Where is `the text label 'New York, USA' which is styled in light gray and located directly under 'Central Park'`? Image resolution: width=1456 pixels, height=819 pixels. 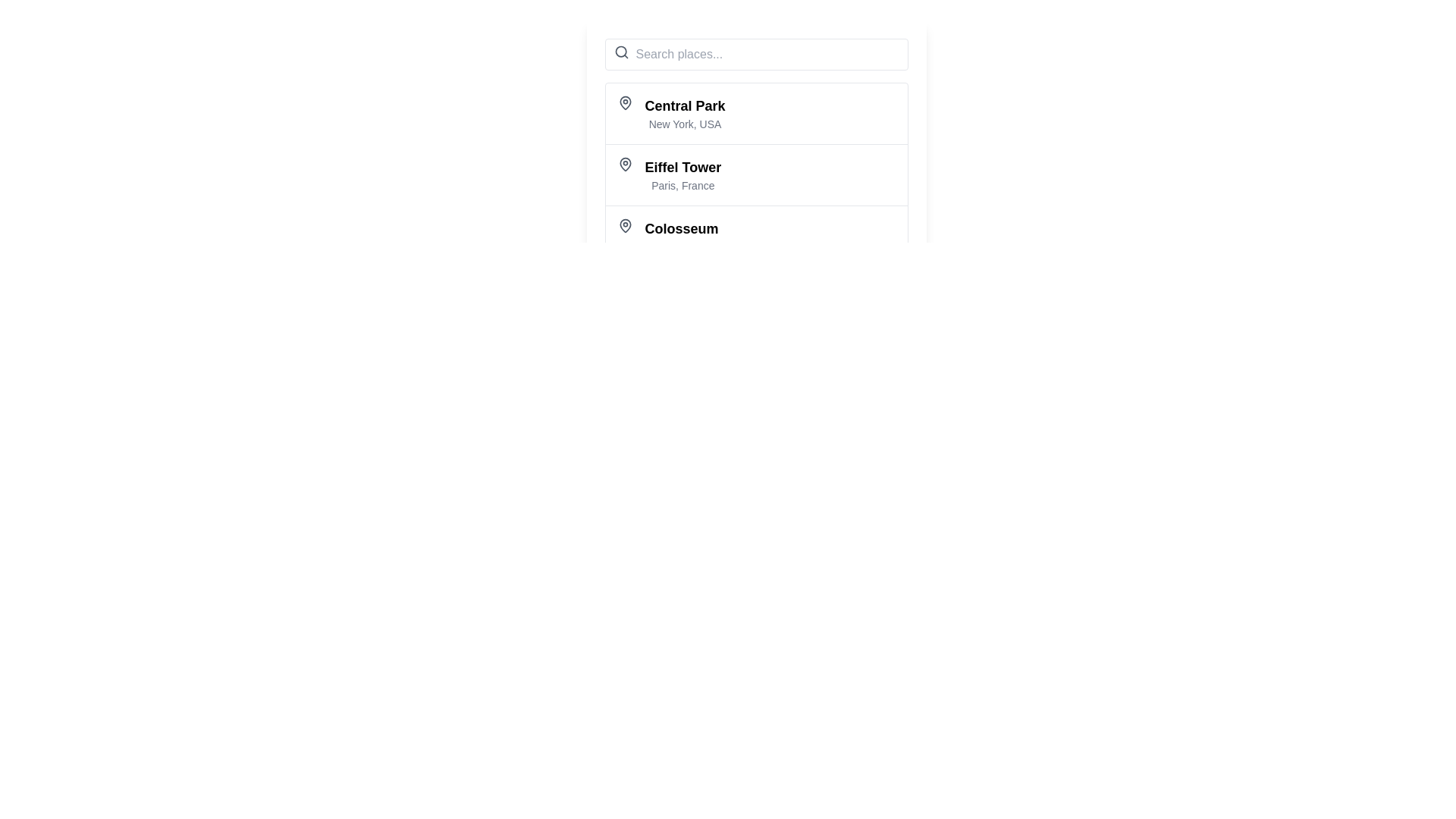 the text label 'New York, USA' which is styled in light gray and located directly under 'Central Park' is located at coordinates (684, 124).